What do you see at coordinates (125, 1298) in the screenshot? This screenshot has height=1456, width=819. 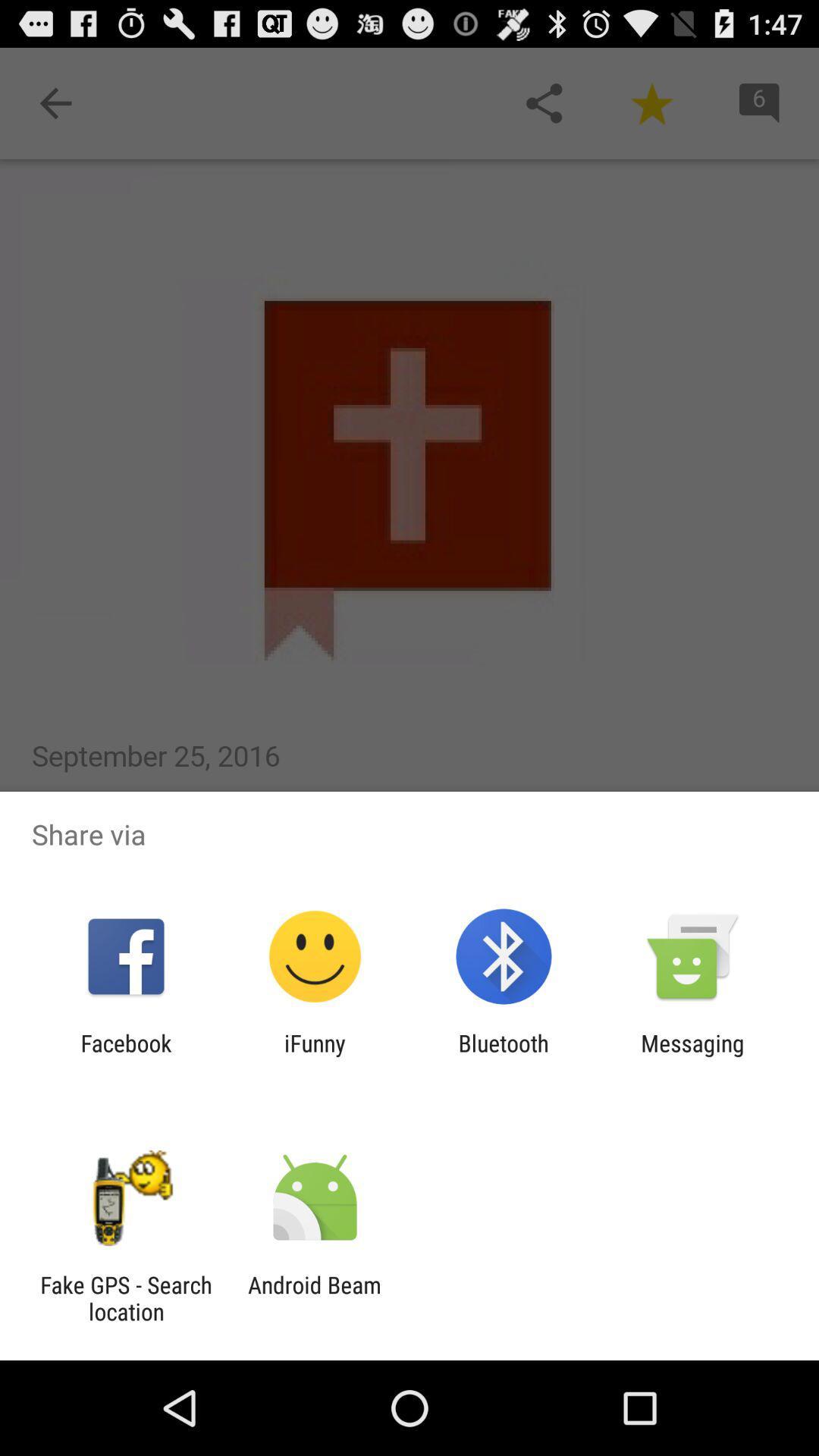 I see `the app to the left of android beam item` at bounding box center [125, 1298].